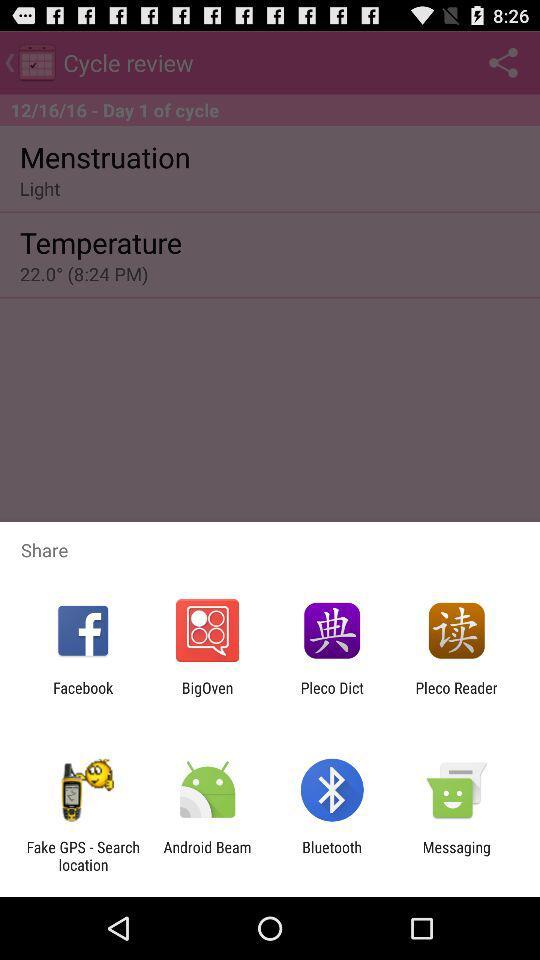  Describe the element at coordinates (456, 696) in the screenshot. I see `pleco reader` at that location.